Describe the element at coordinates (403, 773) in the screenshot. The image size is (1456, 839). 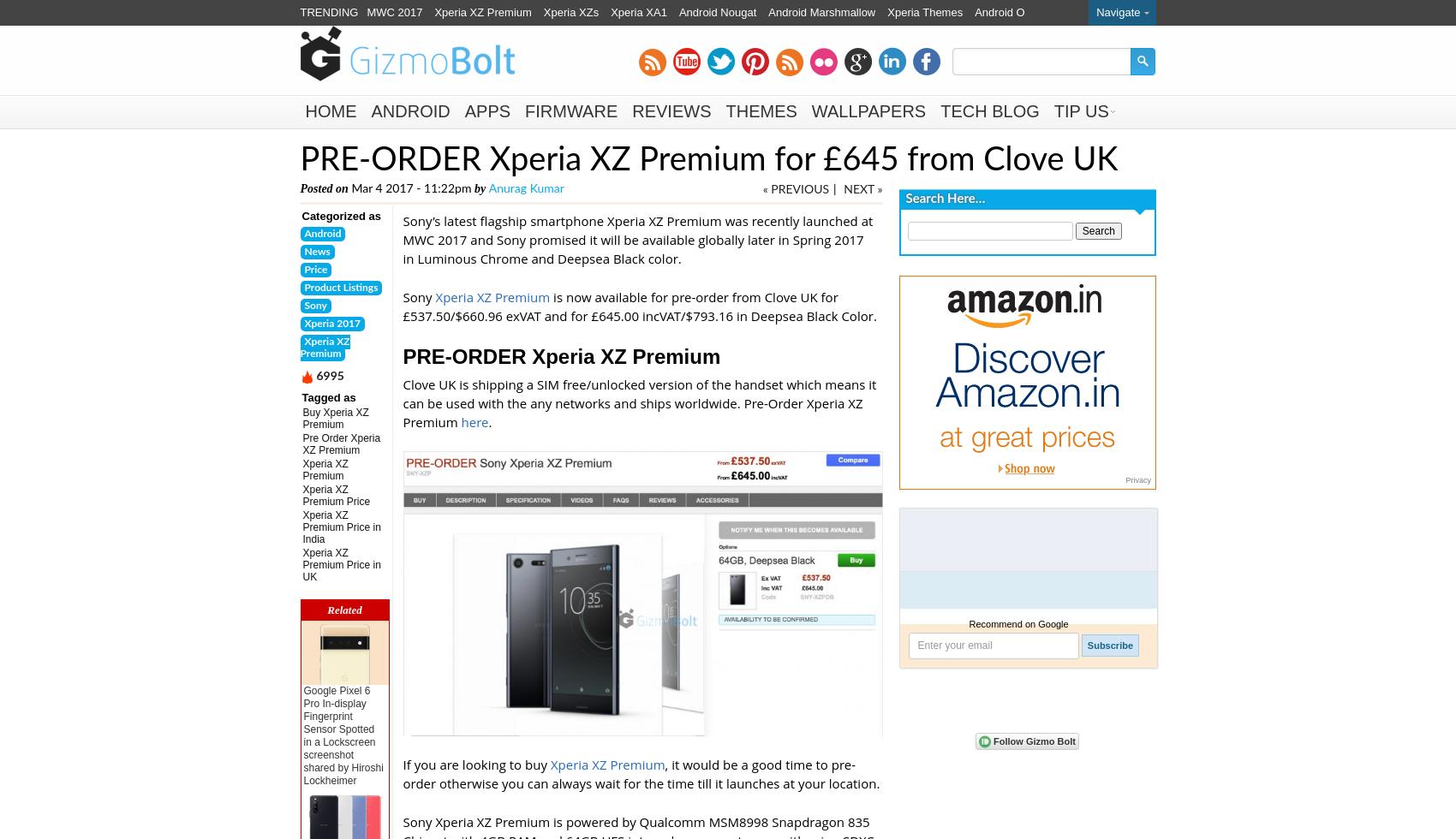
I see `', it would be a good time to pre-order otherwise you can always wait for the time till it launches at your location.'` at that location.